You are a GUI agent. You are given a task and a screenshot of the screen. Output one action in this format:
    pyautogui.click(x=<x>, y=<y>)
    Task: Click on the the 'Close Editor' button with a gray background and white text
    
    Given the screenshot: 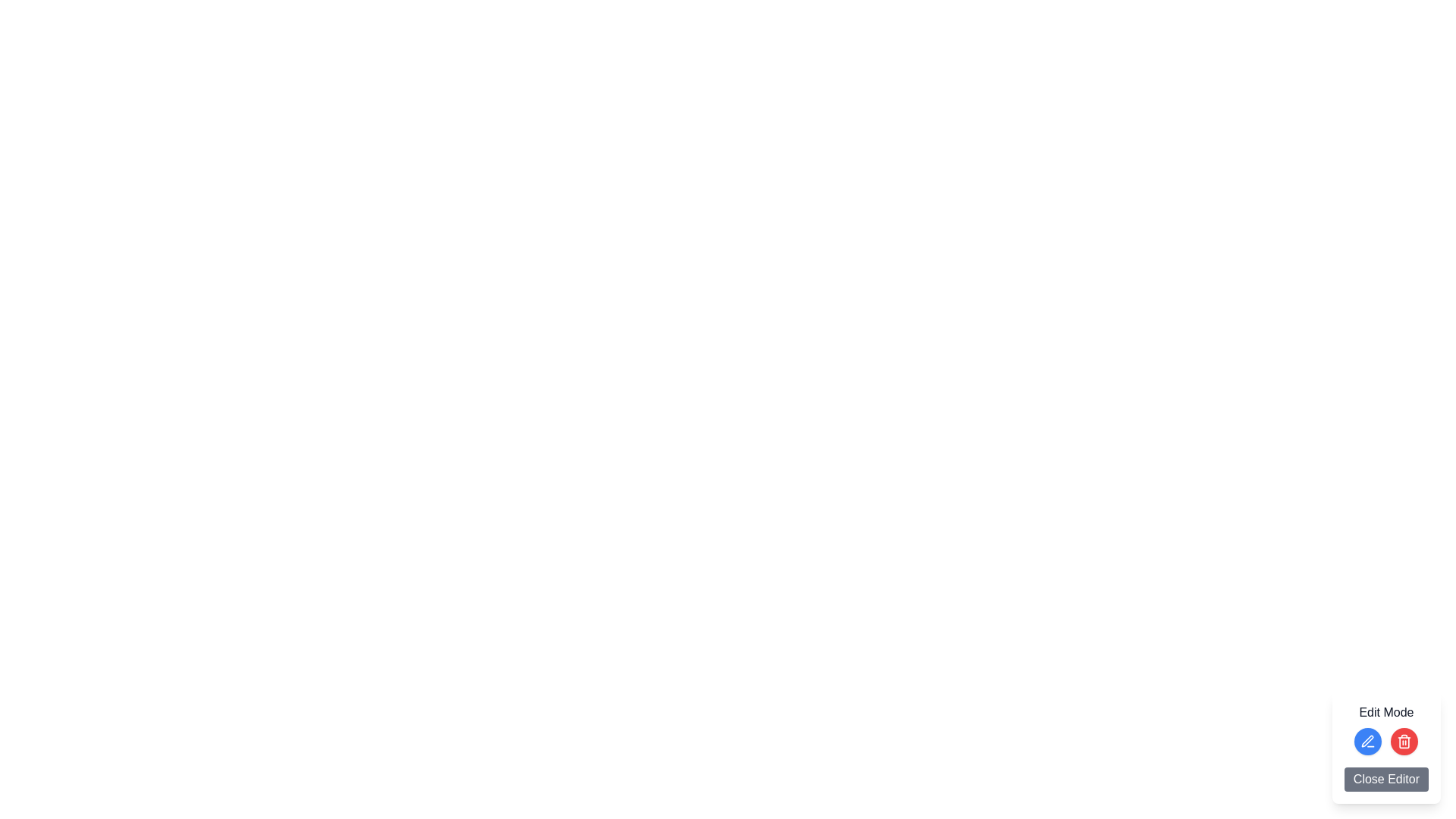 What is the action you would take?
    pyautogui.click(x=1386, y=780)
    